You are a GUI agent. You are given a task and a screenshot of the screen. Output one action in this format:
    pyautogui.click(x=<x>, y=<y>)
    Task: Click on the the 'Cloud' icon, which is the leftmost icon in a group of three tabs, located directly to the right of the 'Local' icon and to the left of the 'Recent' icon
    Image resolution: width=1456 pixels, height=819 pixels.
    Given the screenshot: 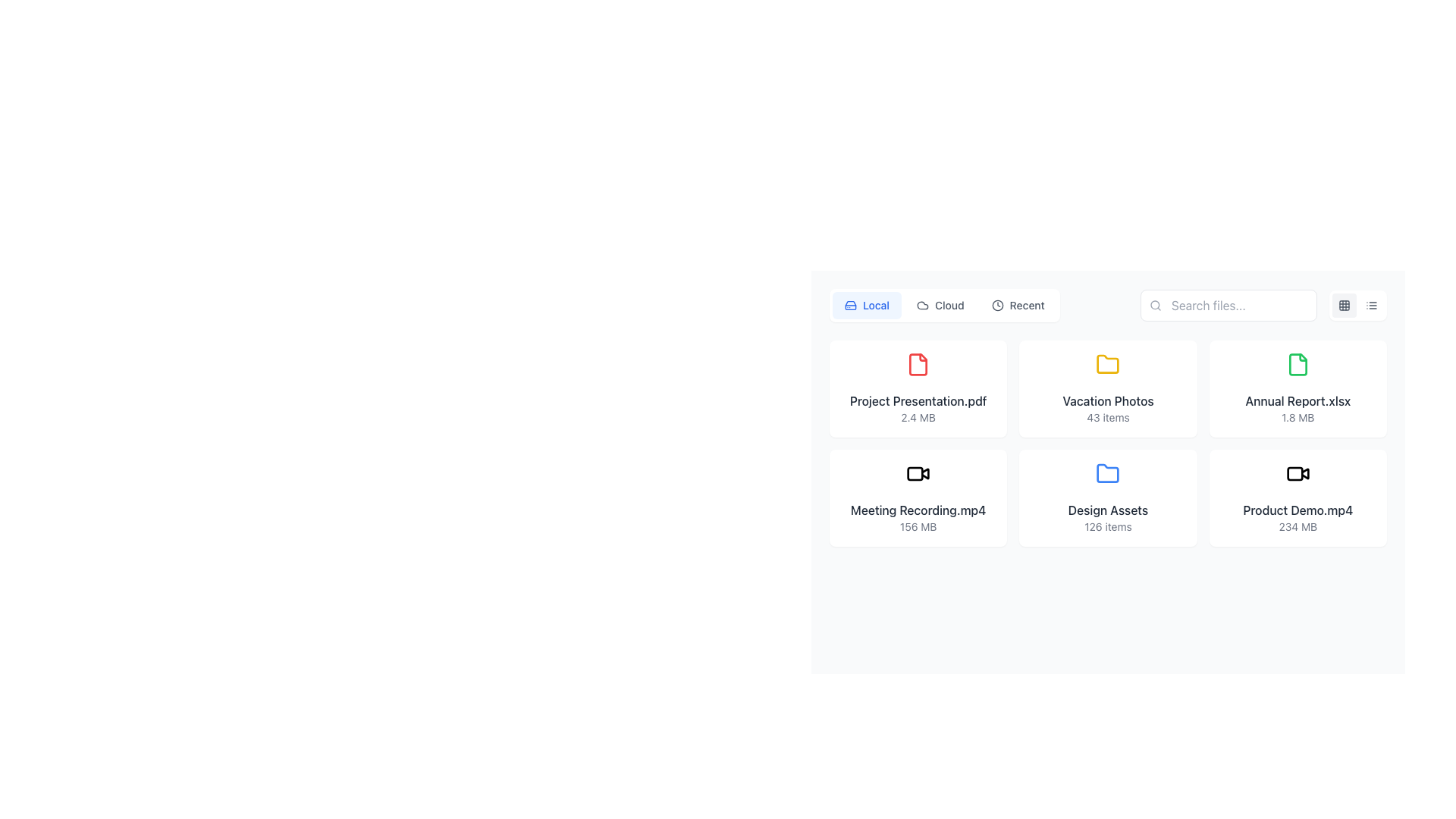 What is the action you would take?
    pyautogui.click(x=922, y=305)
    